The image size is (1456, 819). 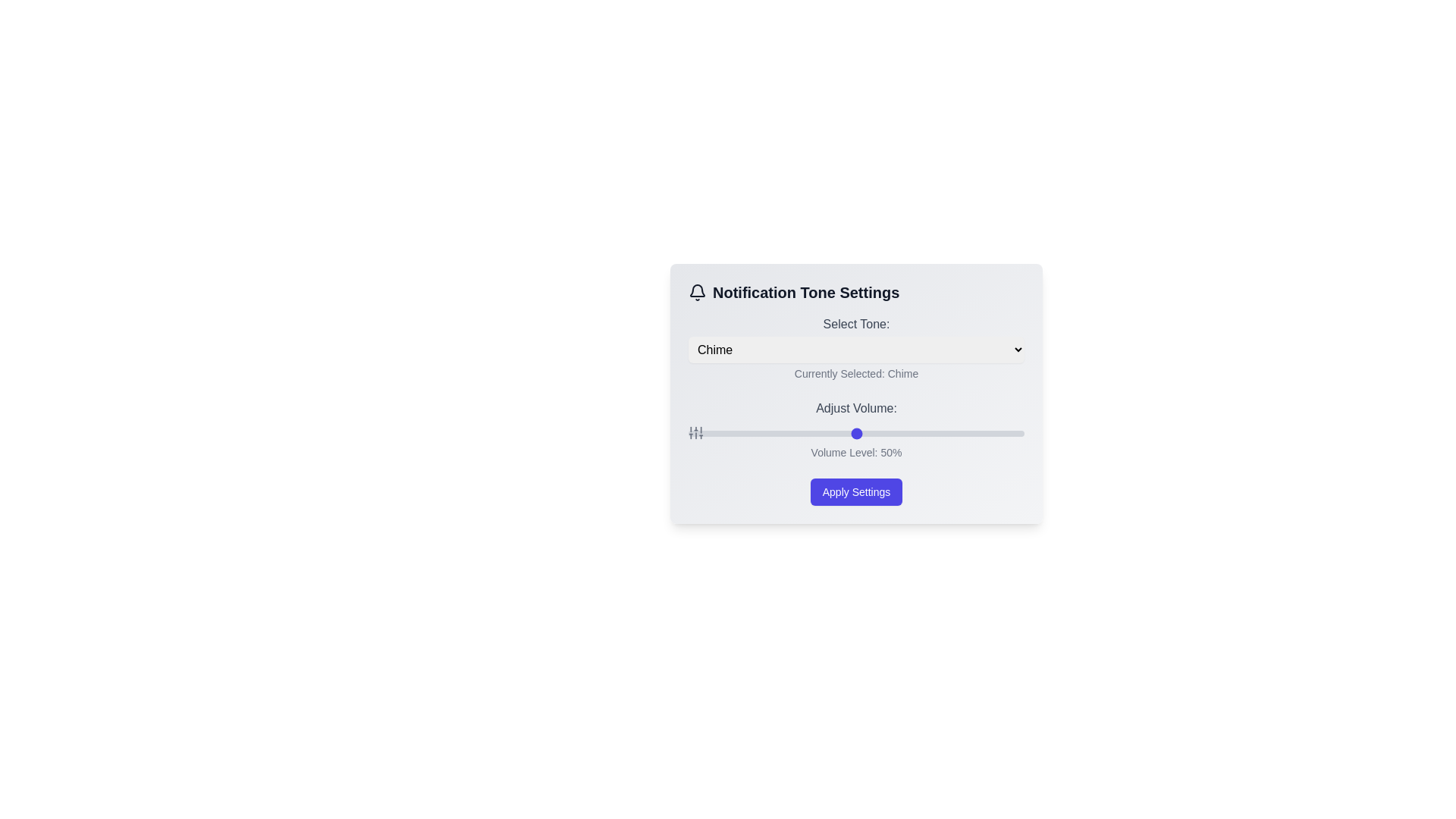 I want to click on the 'Apply Settings' button, which is a rectangular indigo button with white text, located at the bottom of the 'Notification Tone Settings' card, so click(x=856, y=491).